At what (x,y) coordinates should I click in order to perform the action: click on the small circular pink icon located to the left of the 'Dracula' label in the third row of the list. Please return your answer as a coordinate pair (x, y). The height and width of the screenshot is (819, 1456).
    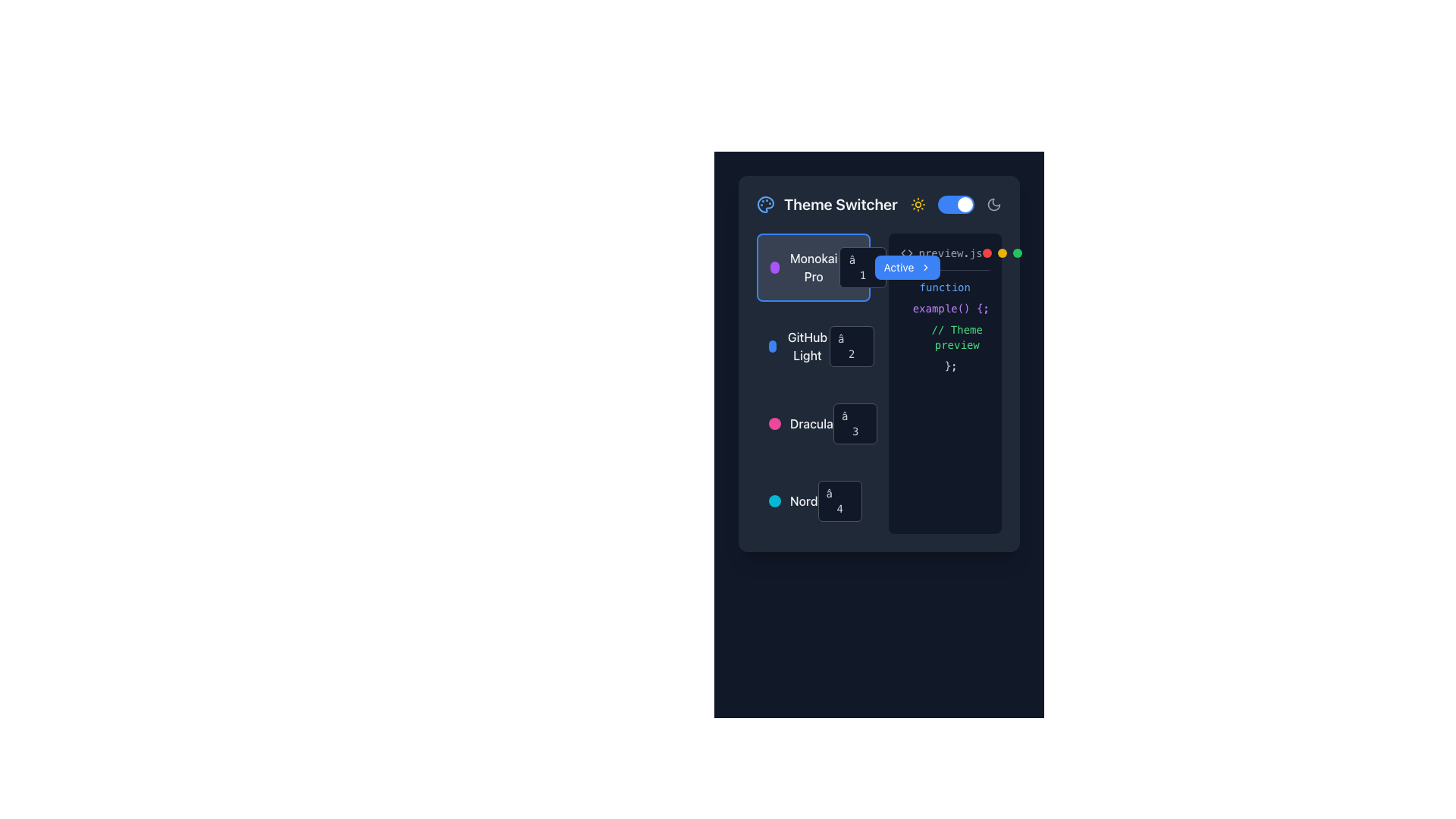
    Looking at the image, I should click on (775, 424).